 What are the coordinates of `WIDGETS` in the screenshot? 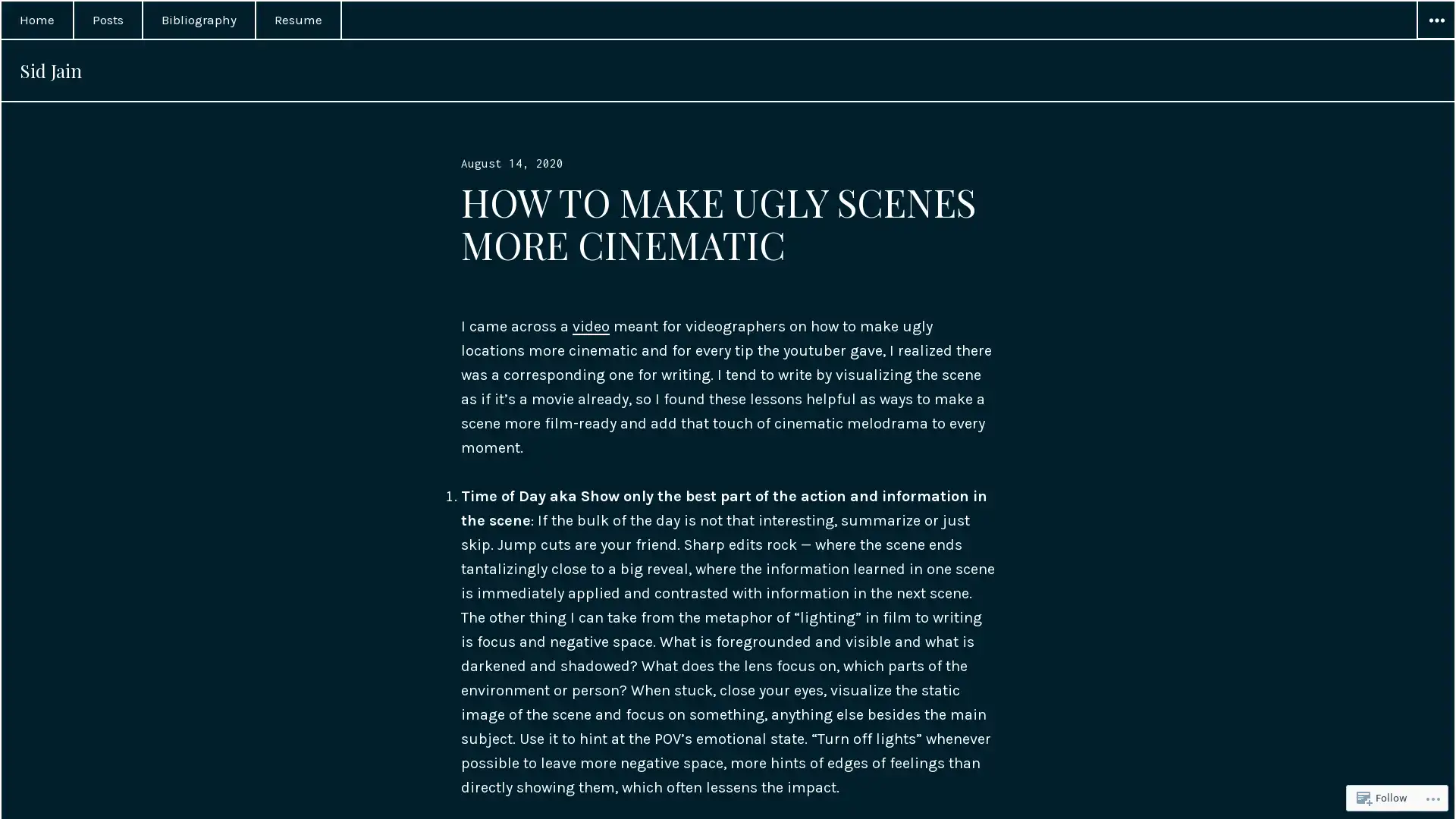 It's located at (1434, 20).